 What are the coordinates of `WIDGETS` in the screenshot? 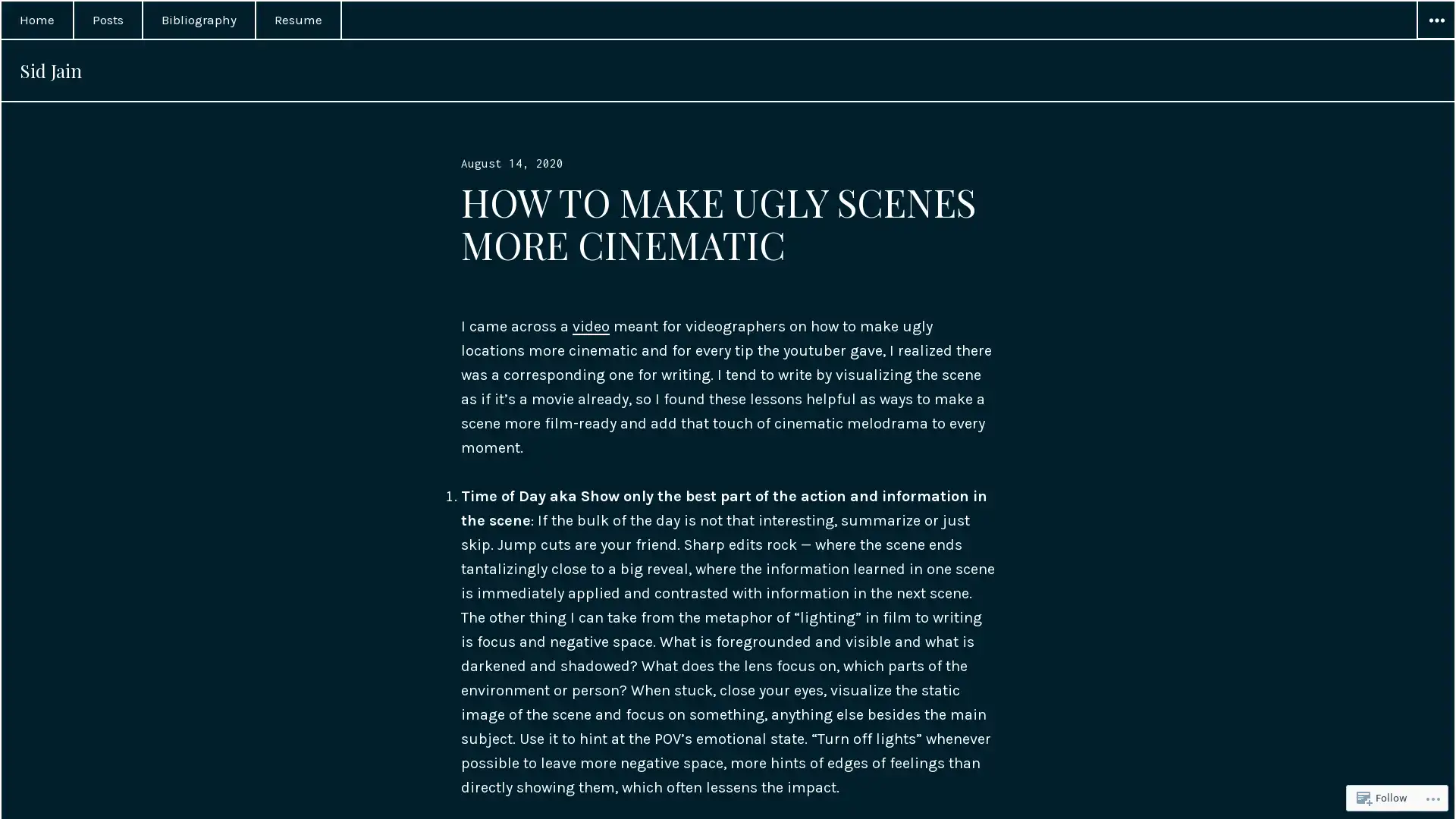 It's located at (1434, 20).